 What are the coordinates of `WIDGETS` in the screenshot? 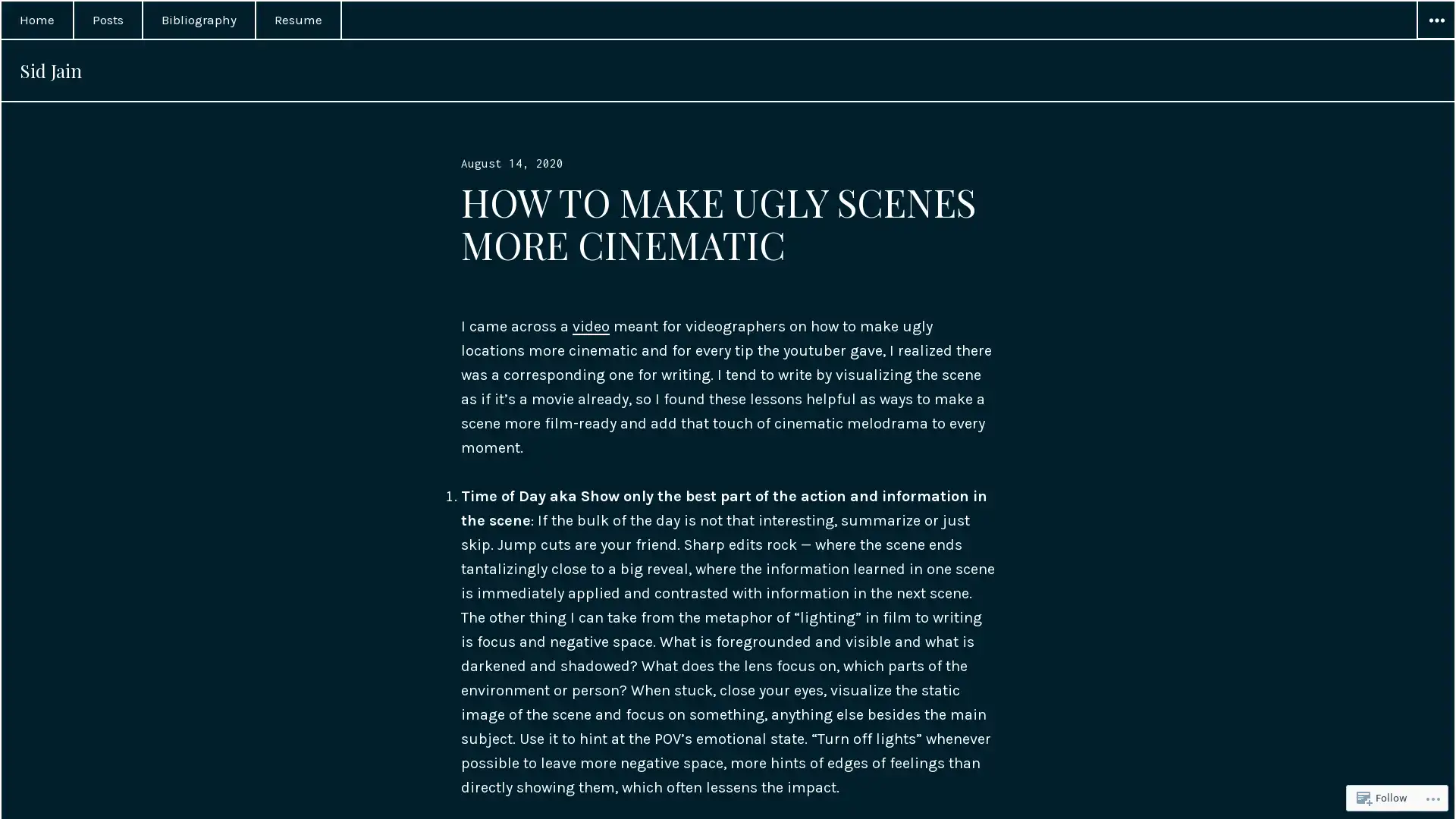 It's located at (1434, 20).